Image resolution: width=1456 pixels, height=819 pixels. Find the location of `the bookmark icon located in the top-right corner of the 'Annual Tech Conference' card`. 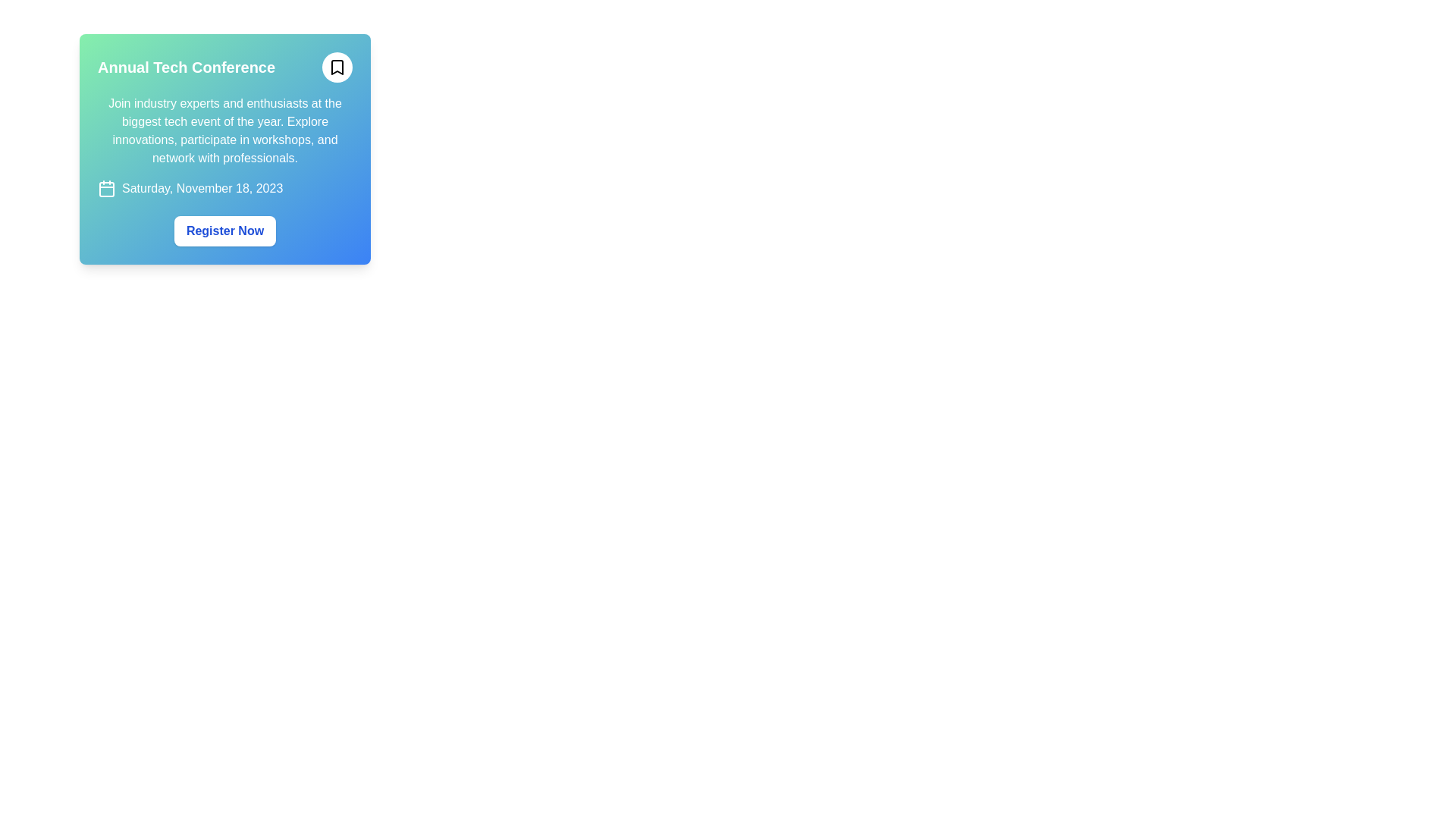

the bookmark icon located in the top-right corner of the 'Annual Tech Conference' card is located at coordinates (337, 66).